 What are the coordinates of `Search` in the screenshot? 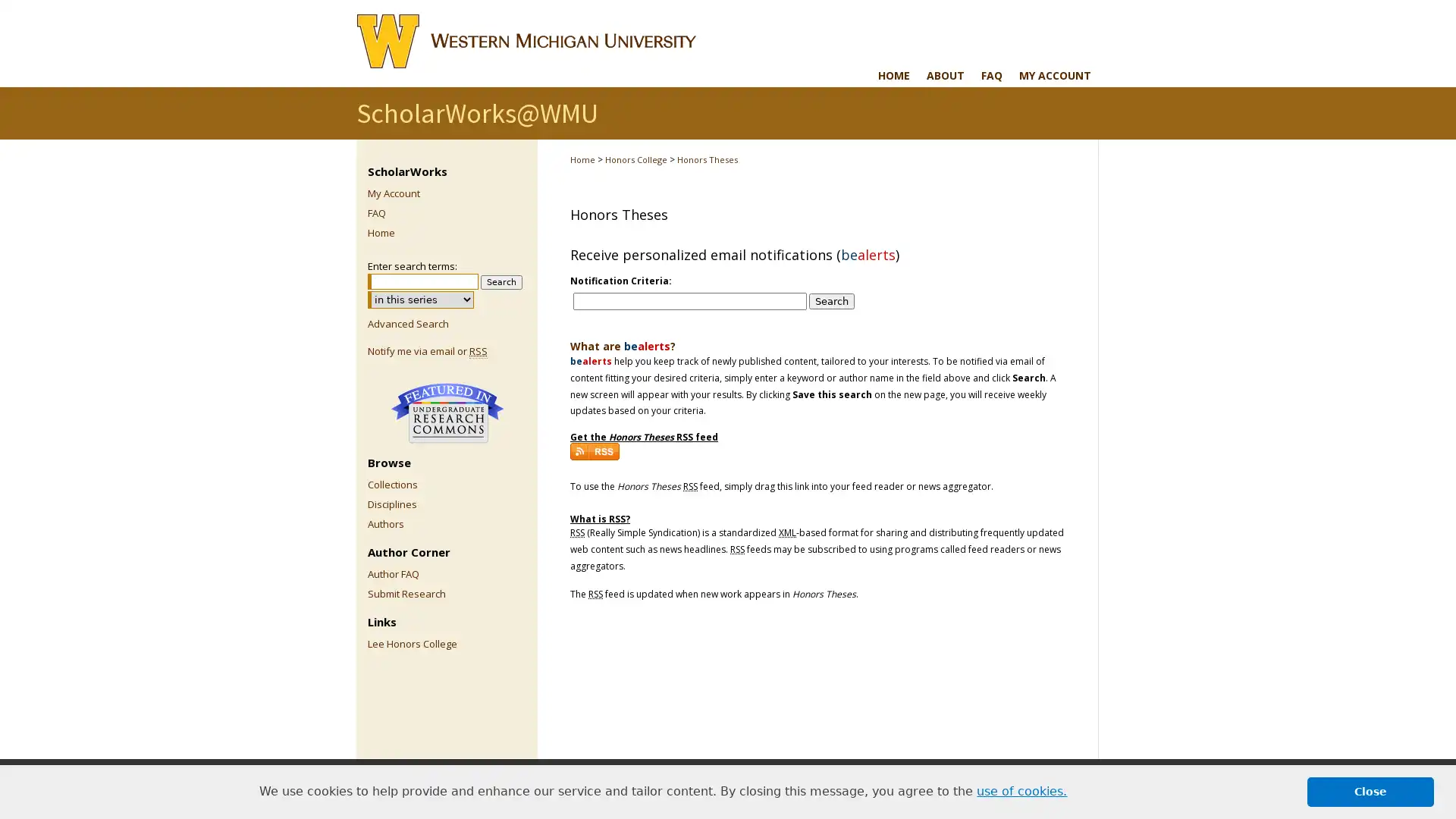 It's located at (501, 282).